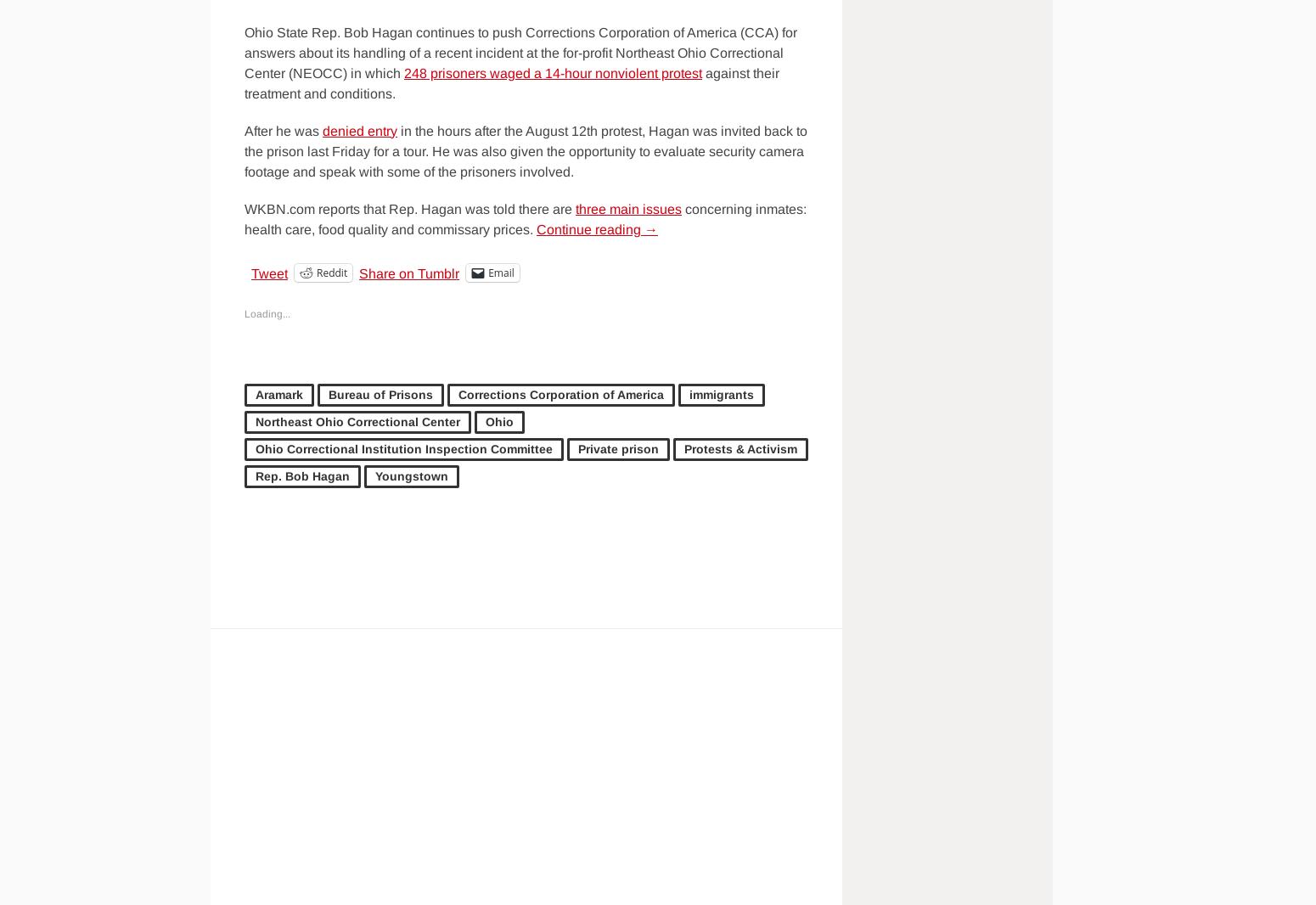 The image size is (1316, 905). I want to click on 'Ohio Correctional Institution Inspection Committee', so click(403, 447).